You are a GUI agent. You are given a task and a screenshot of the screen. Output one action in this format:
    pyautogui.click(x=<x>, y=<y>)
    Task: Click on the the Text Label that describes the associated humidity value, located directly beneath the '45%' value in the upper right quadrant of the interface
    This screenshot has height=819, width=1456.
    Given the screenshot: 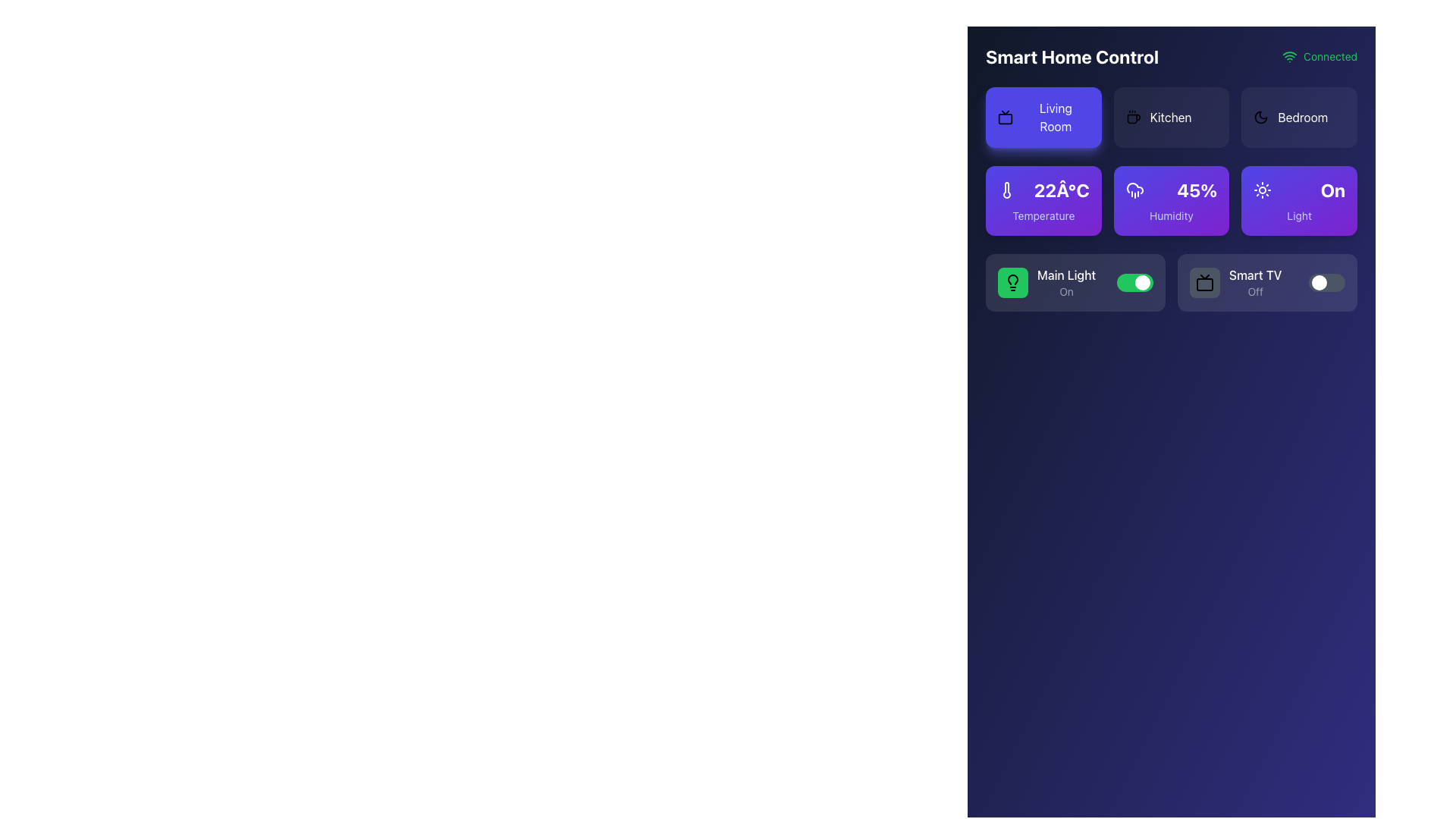 What is the action you would take?
    pyautogui.click(x=1171, y=216)
    